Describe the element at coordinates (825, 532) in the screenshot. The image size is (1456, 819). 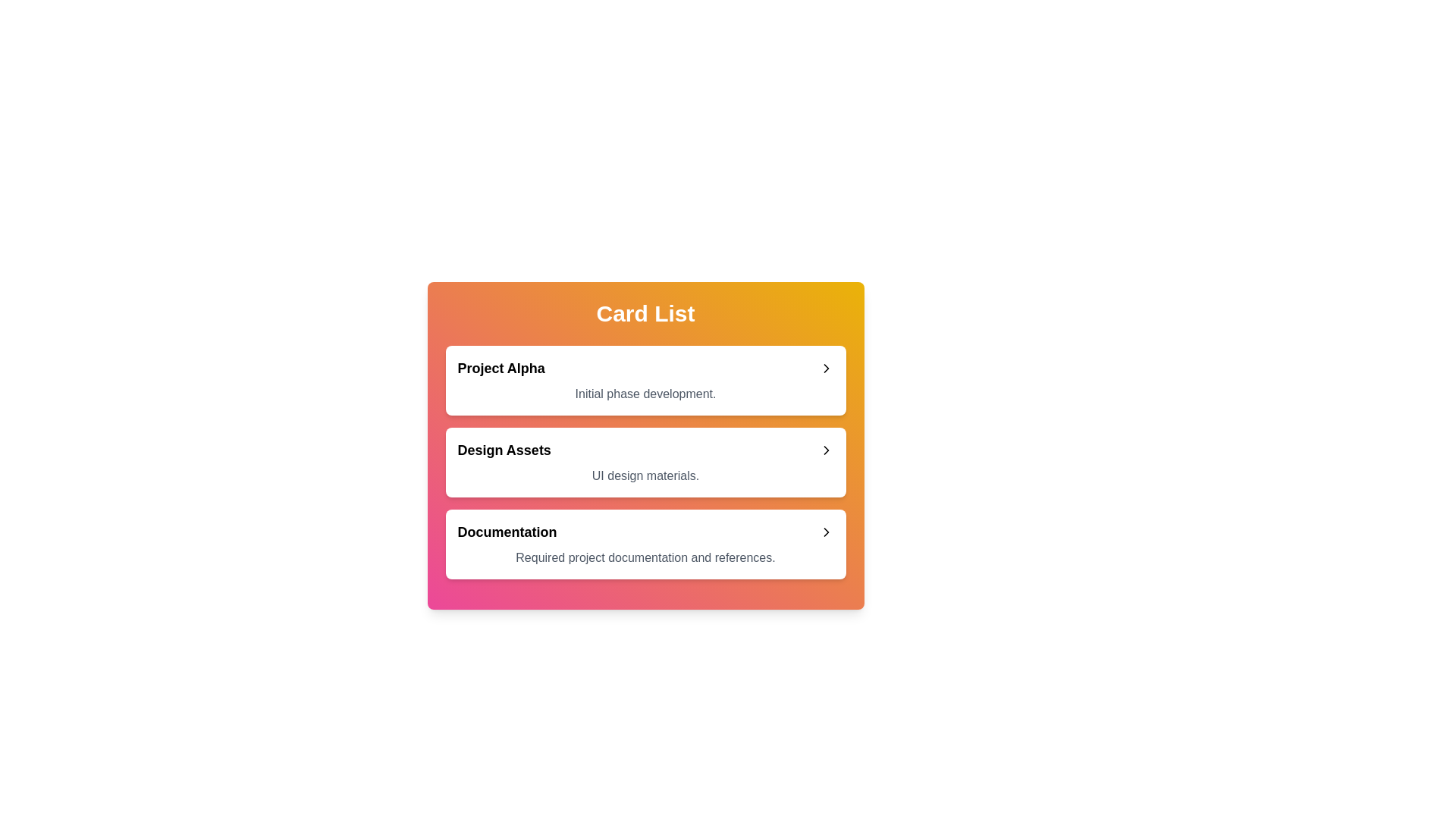
I see `the chevron icon to expand or collapse the card with title Documentation` at that location.